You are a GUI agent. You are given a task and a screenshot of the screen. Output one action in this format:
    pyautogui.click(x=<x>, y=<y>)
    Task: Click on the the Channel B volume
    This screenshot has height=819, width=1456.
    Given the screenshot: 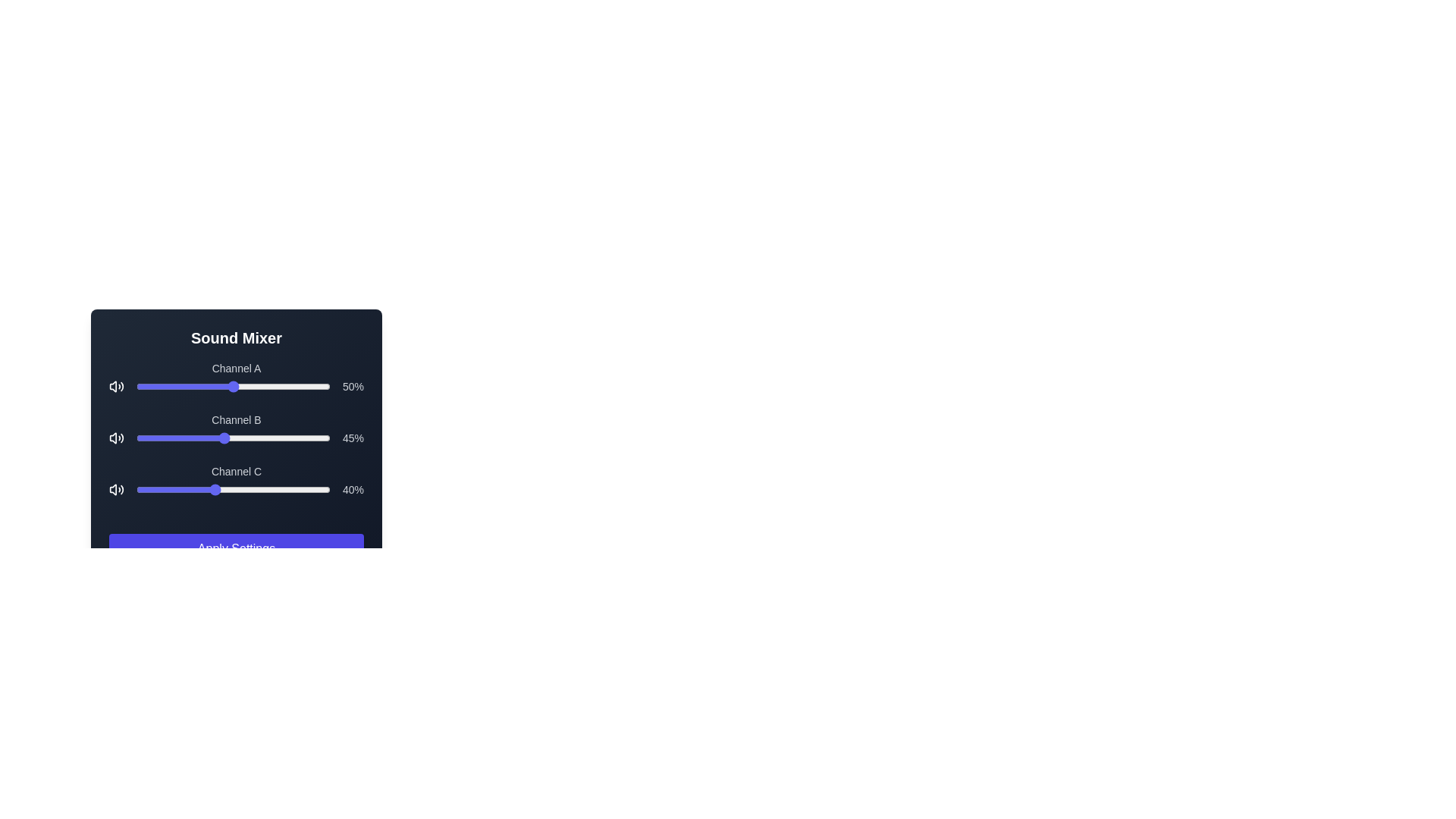 What is the action you would take?
    pyautogui.click(x=171, y=438)
    